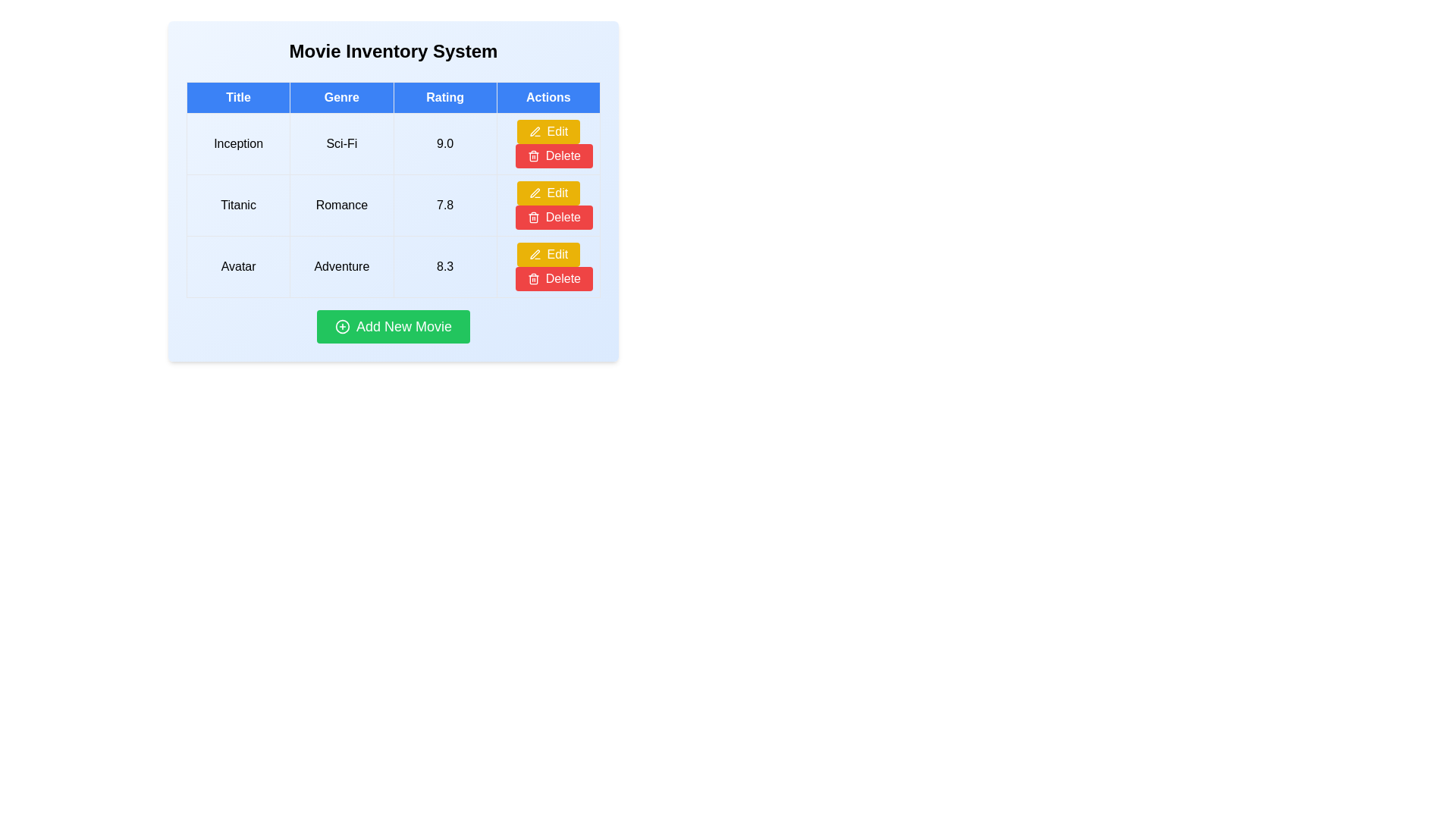 The height and width of the screenshot is (819, 1456). I want to click on the rectangular 'Edit' button with a yellow background and white text for the 'Inception' movie, located in the 'Actions' column of the table, to change its shade, so click(548, 130).